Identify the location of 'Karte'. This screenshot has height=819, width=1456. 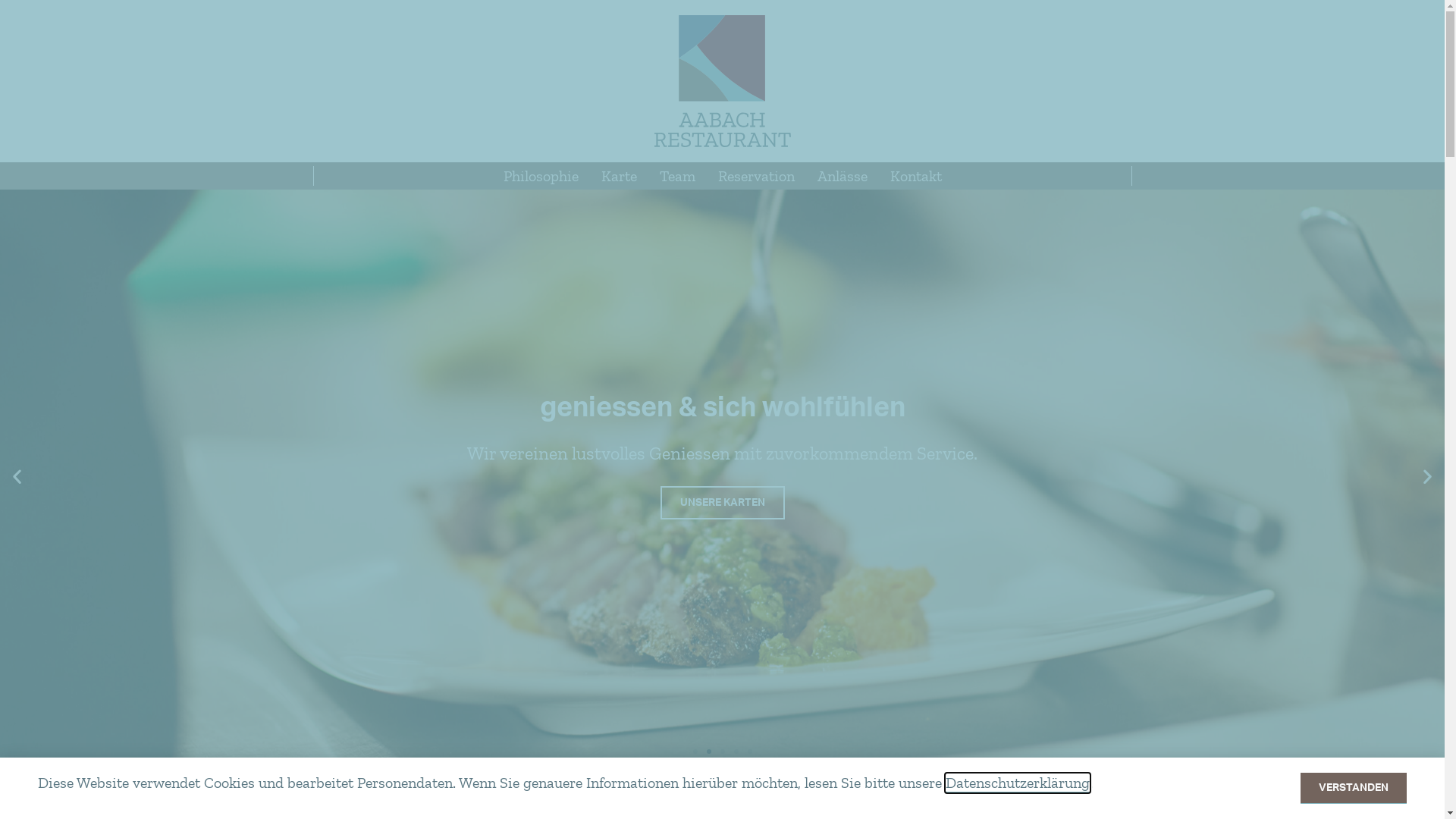
(619, 174).